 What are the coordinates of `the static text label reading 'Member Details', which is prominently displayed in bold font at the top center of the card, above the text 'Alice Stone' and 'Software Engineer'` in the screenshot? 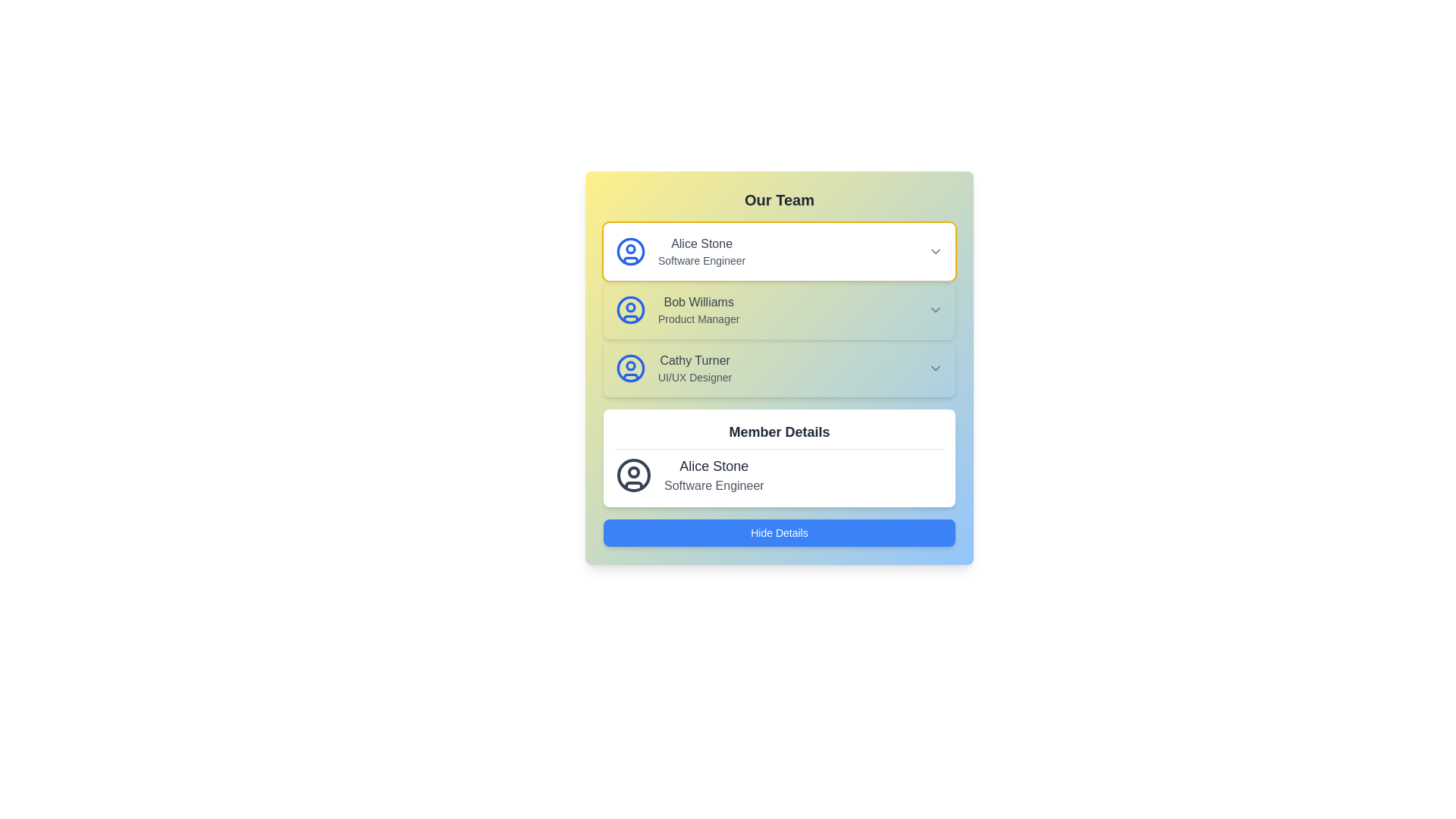 It's located at (779, 435).